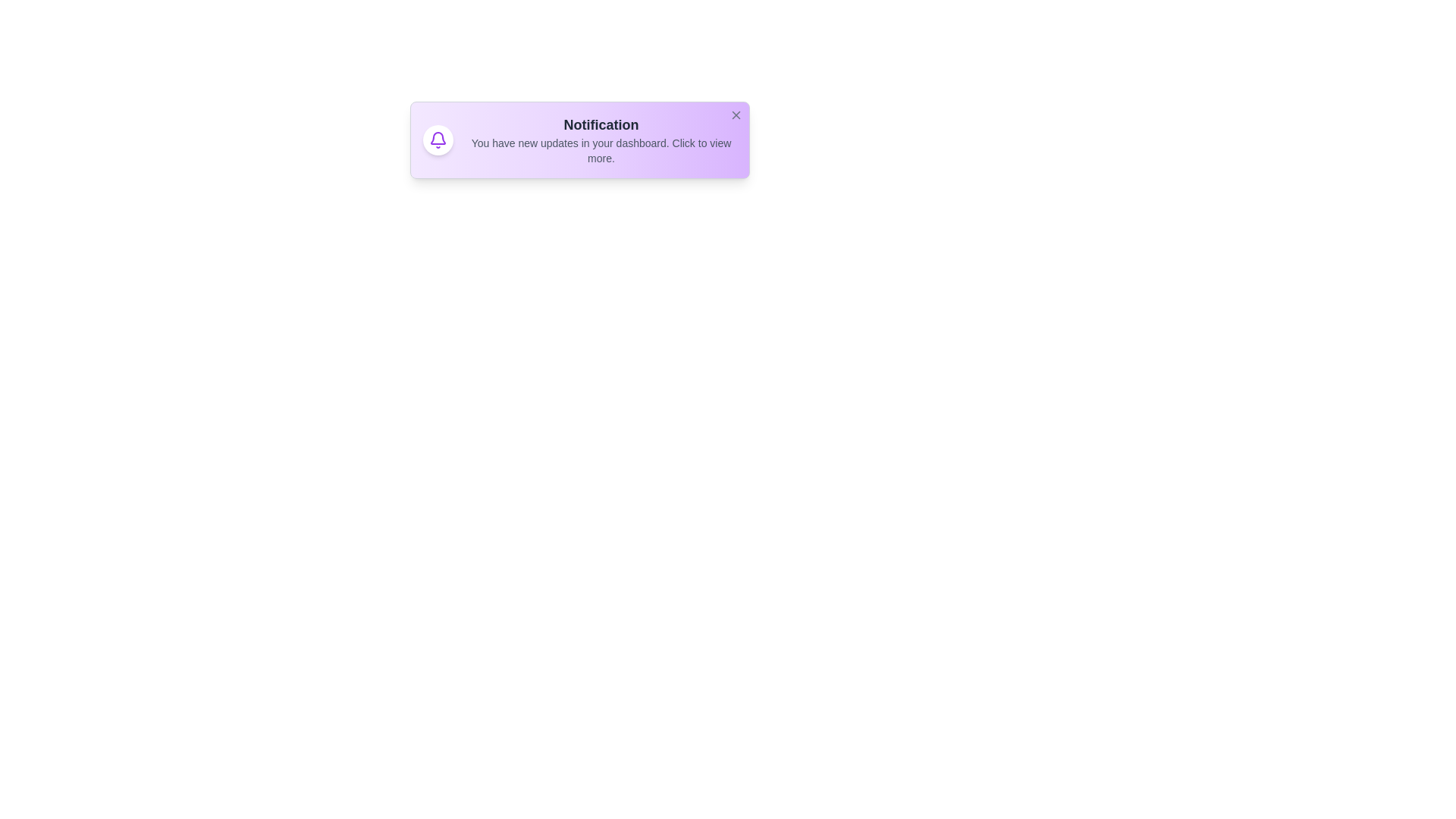  Describe the element at coordinates (600, 151) in the screenshot. I see `the notification message text that informs the user of updates, located below the 'Notification' text and to the right of a bell icon` at that location.